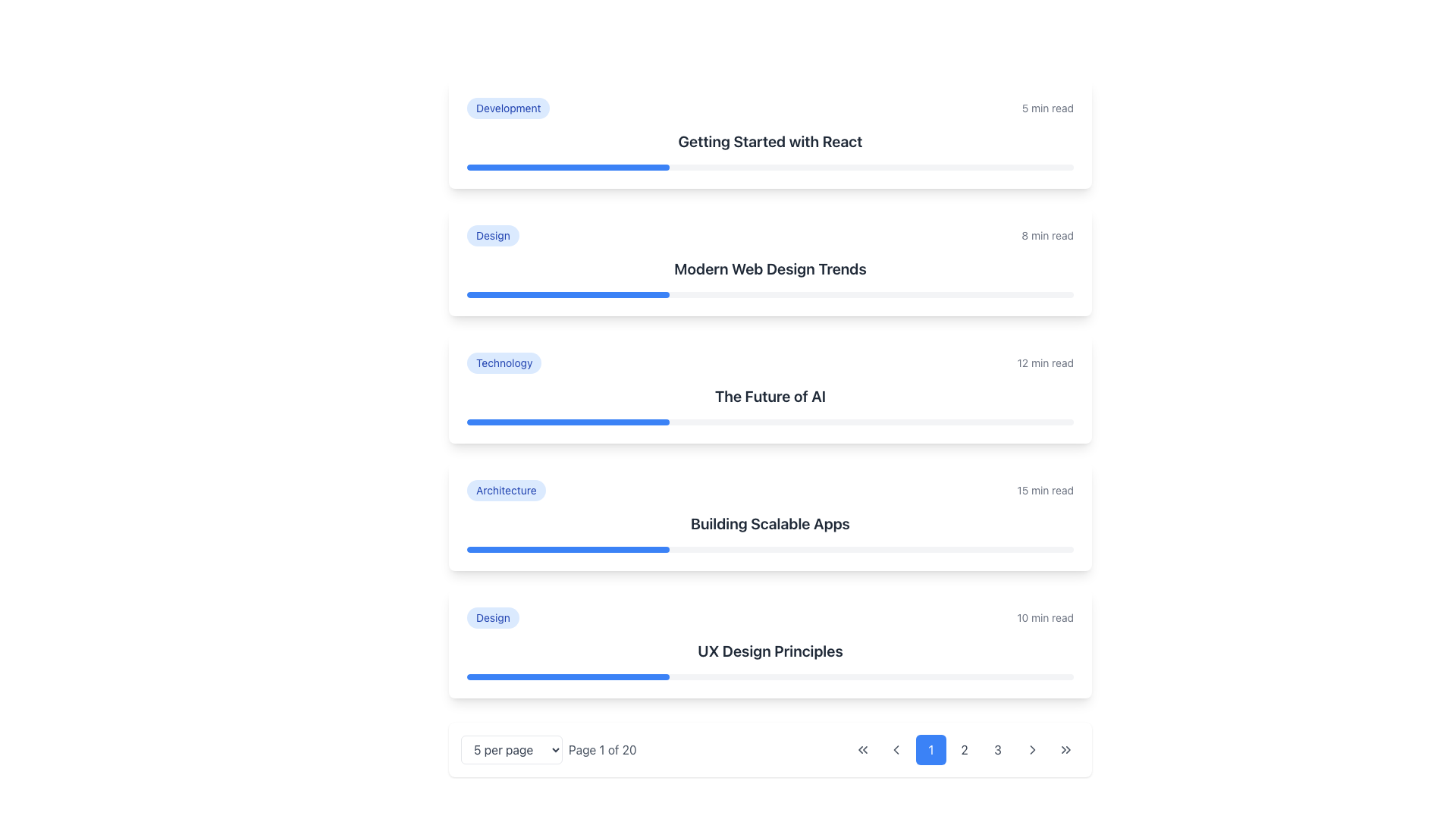 This screenshot has width=1456, height=819. What do you see at coordinates (896, 748) in the screenshot?
I see `the chevron icon button for backward navigation in the pagination controls` at bounding box center [896, 748].